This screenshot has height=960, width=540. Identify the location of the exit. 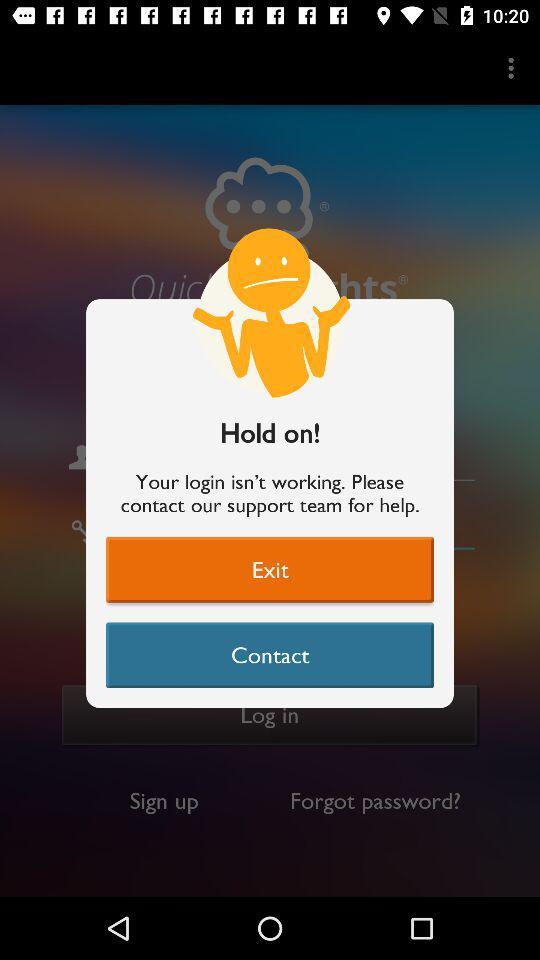
(270, 569).